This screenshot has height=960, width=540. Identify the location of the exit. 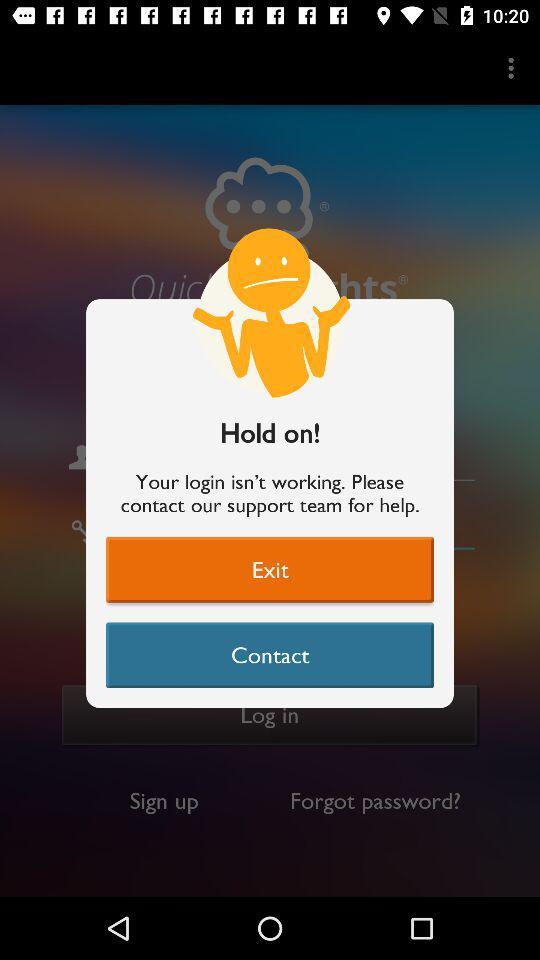
(270, 569).